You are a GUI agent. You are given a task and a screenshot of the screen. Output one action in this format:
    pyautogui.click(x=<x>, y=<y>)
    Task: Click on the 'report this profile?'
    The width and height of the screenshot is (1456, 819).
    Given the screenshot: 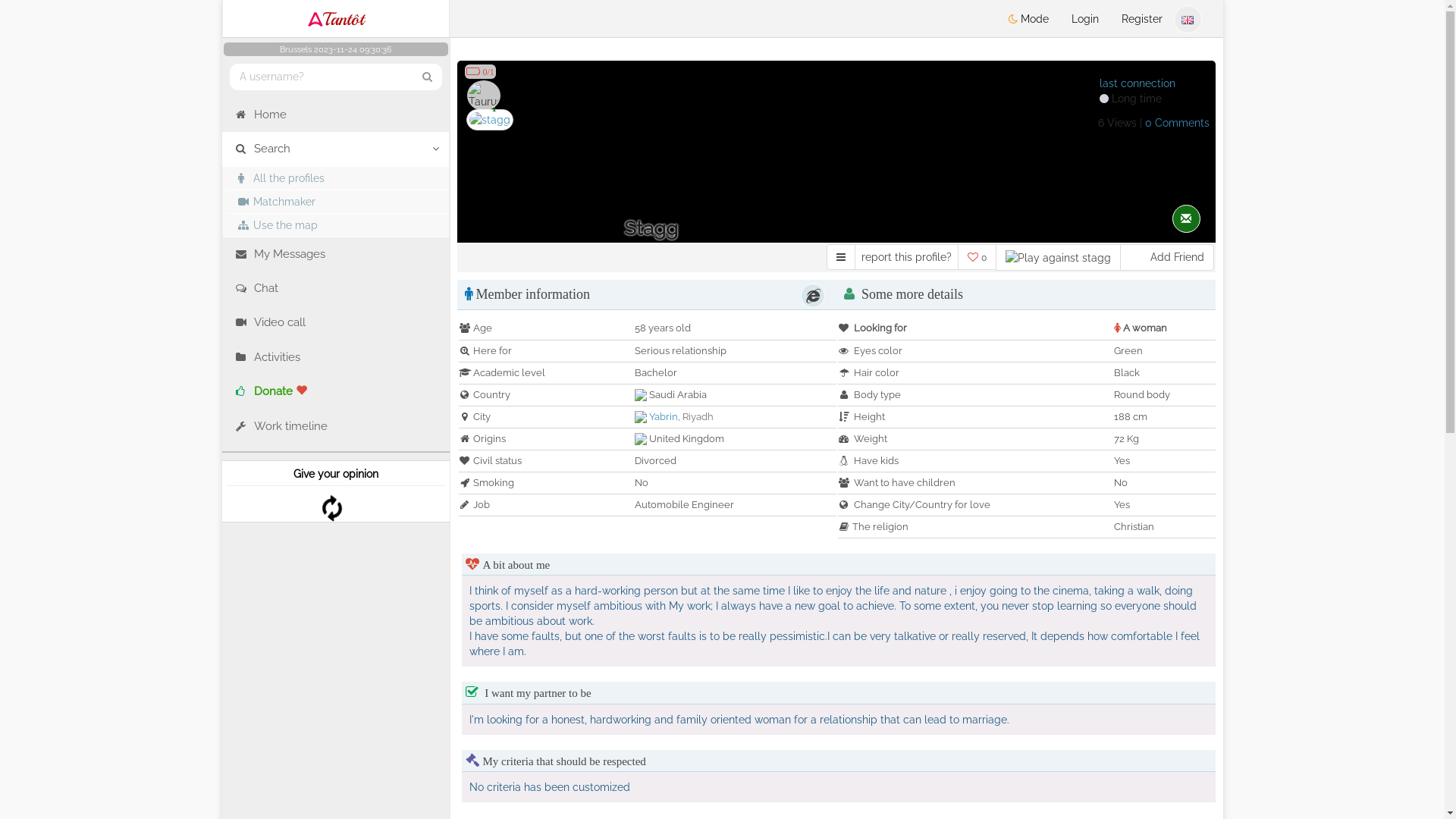 What is the action you would take?
    pyautogui.click(x=905, y=256)
    